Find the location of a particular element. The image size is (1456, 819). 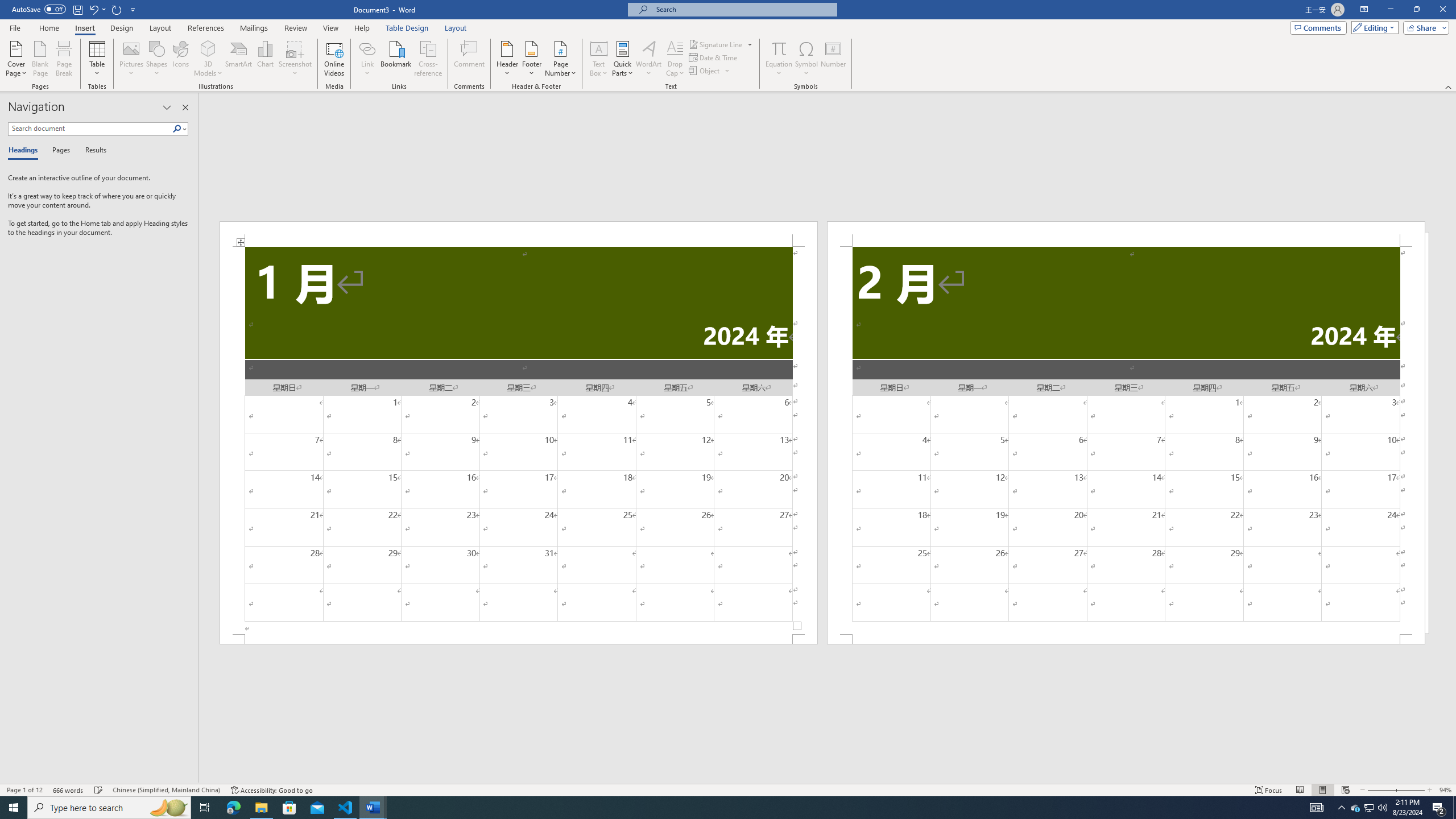

'Signature Line' is located at coordinates (716, 44).